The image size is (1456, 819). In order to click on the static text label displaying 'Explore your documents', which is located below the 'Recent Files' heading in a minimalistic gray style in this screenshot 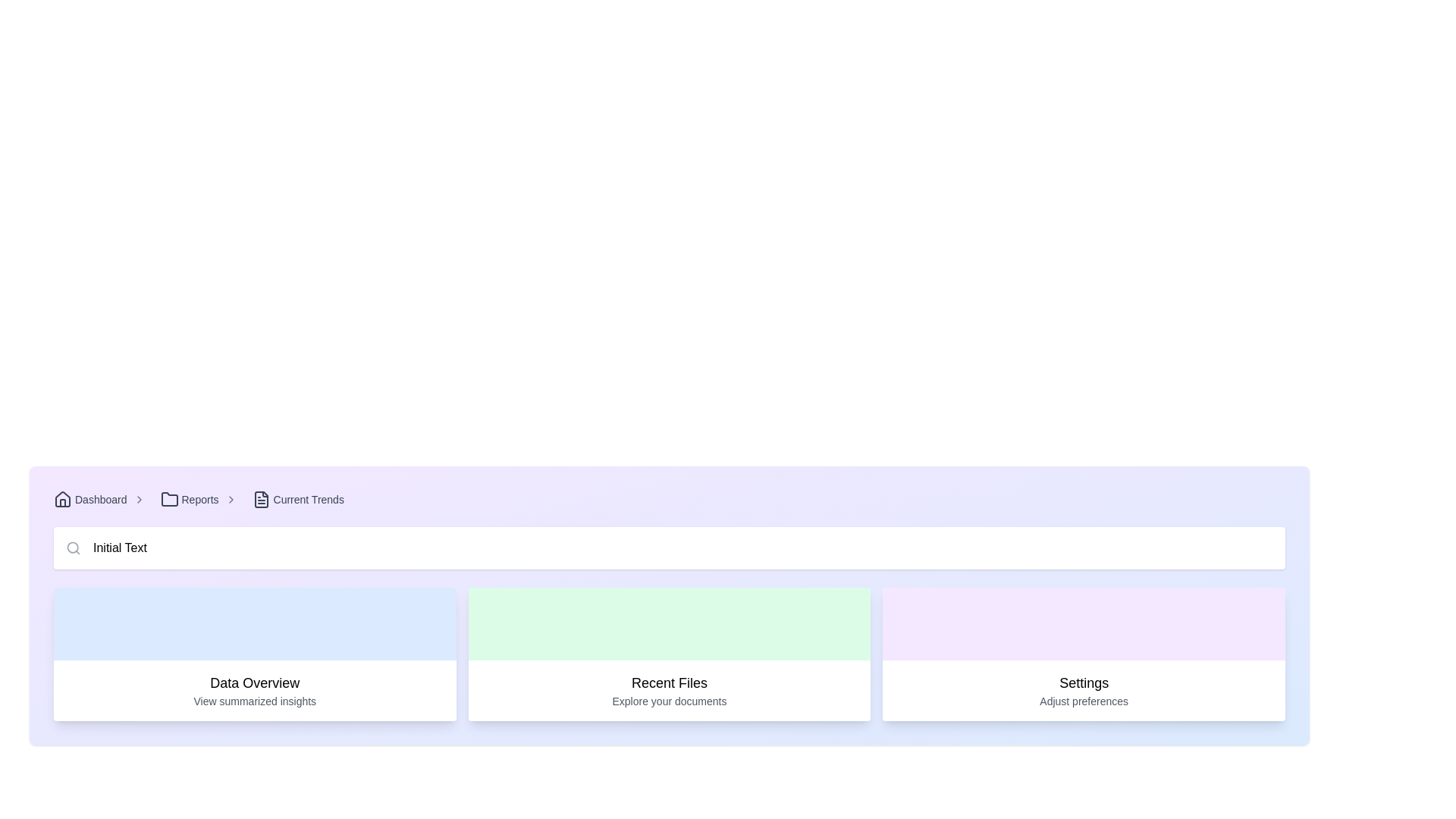, I will do `click(669, 701)`.